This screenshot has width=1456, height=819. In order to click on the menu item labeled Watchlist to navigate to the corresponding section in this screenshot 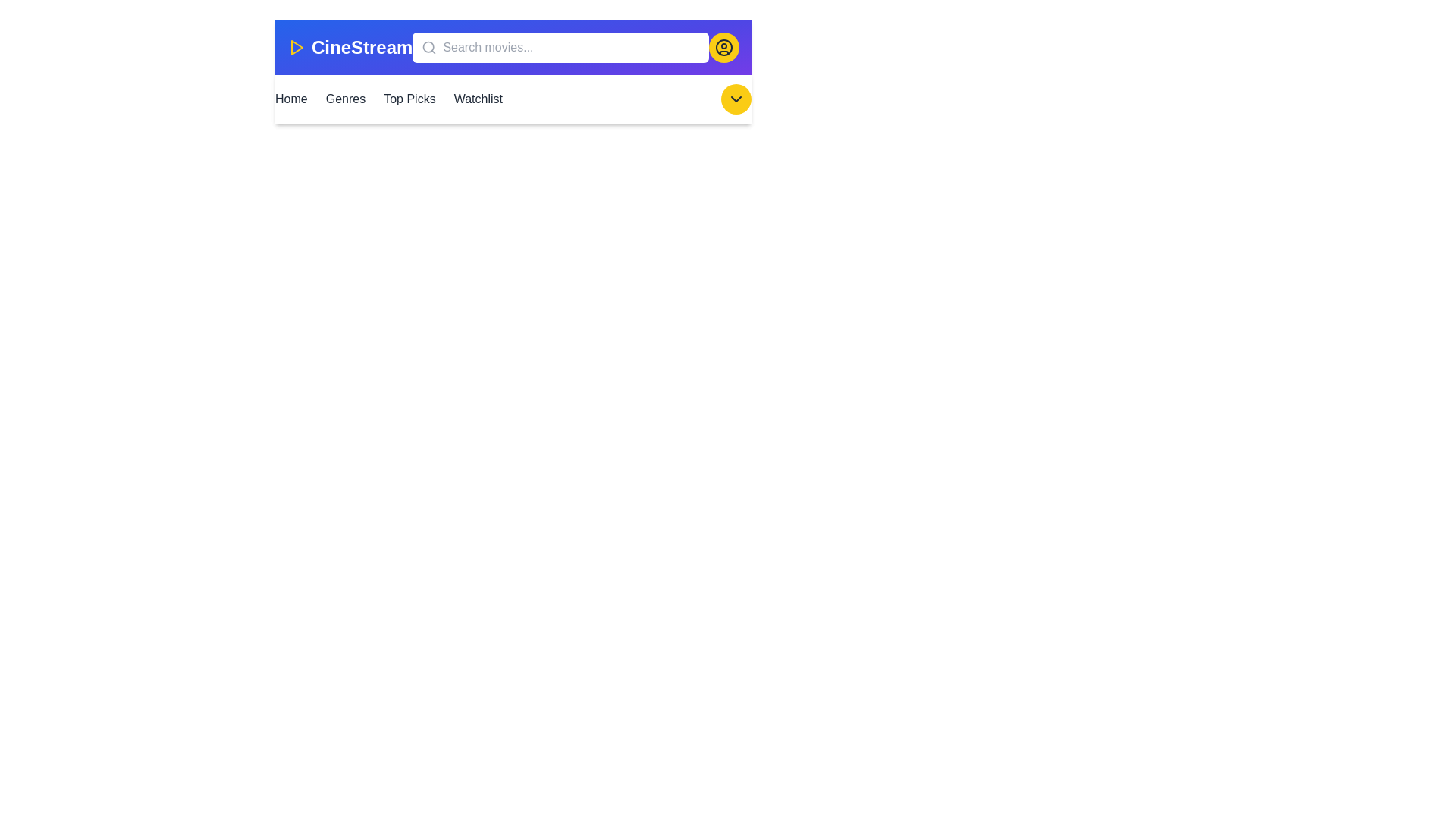, I will do `click(476, 99)`.